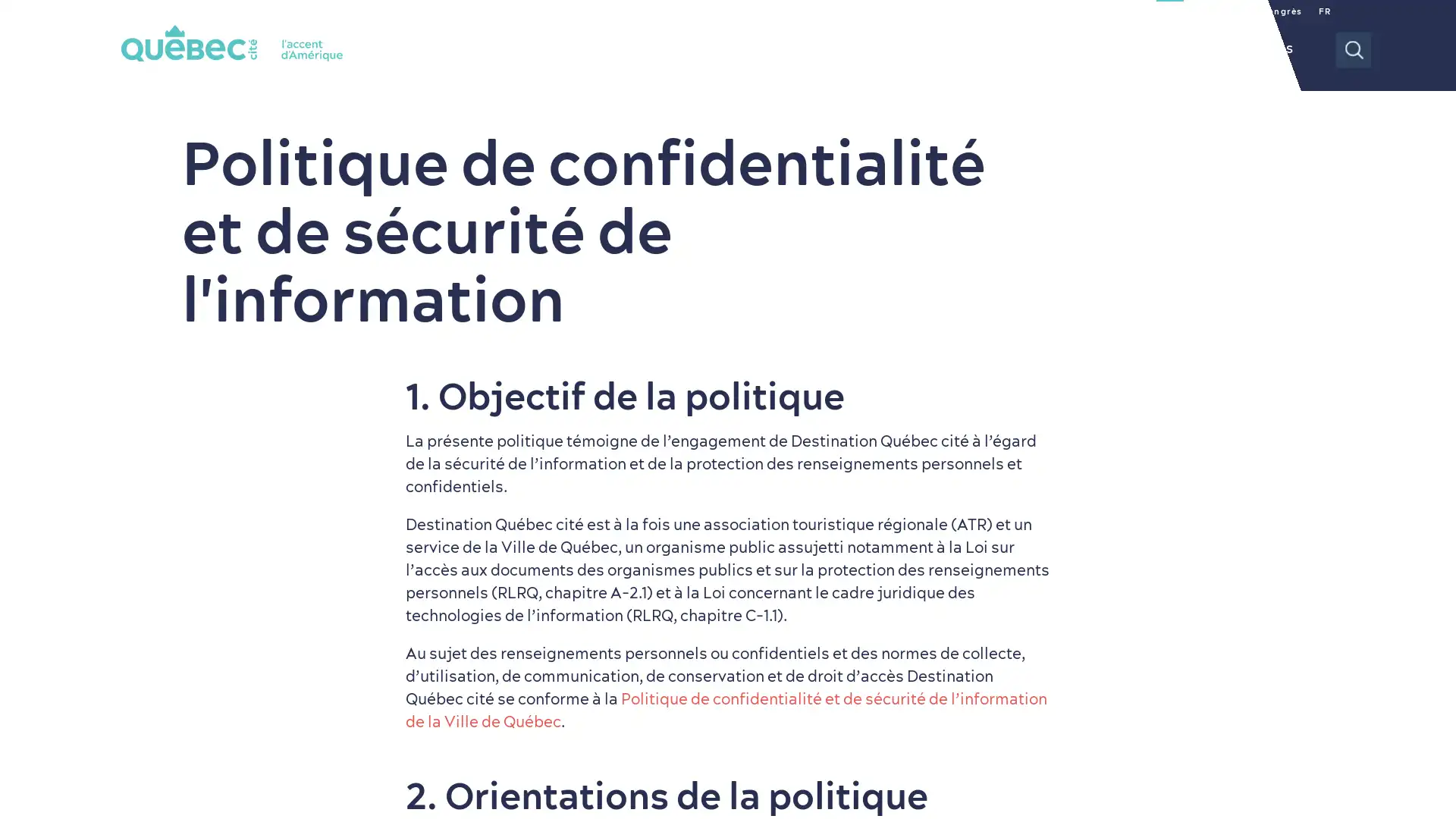 This screenshot has height=819, width=1456. Describe the element at coordinates (1407, 108) in the screenshot. I see `Tous` at that location.